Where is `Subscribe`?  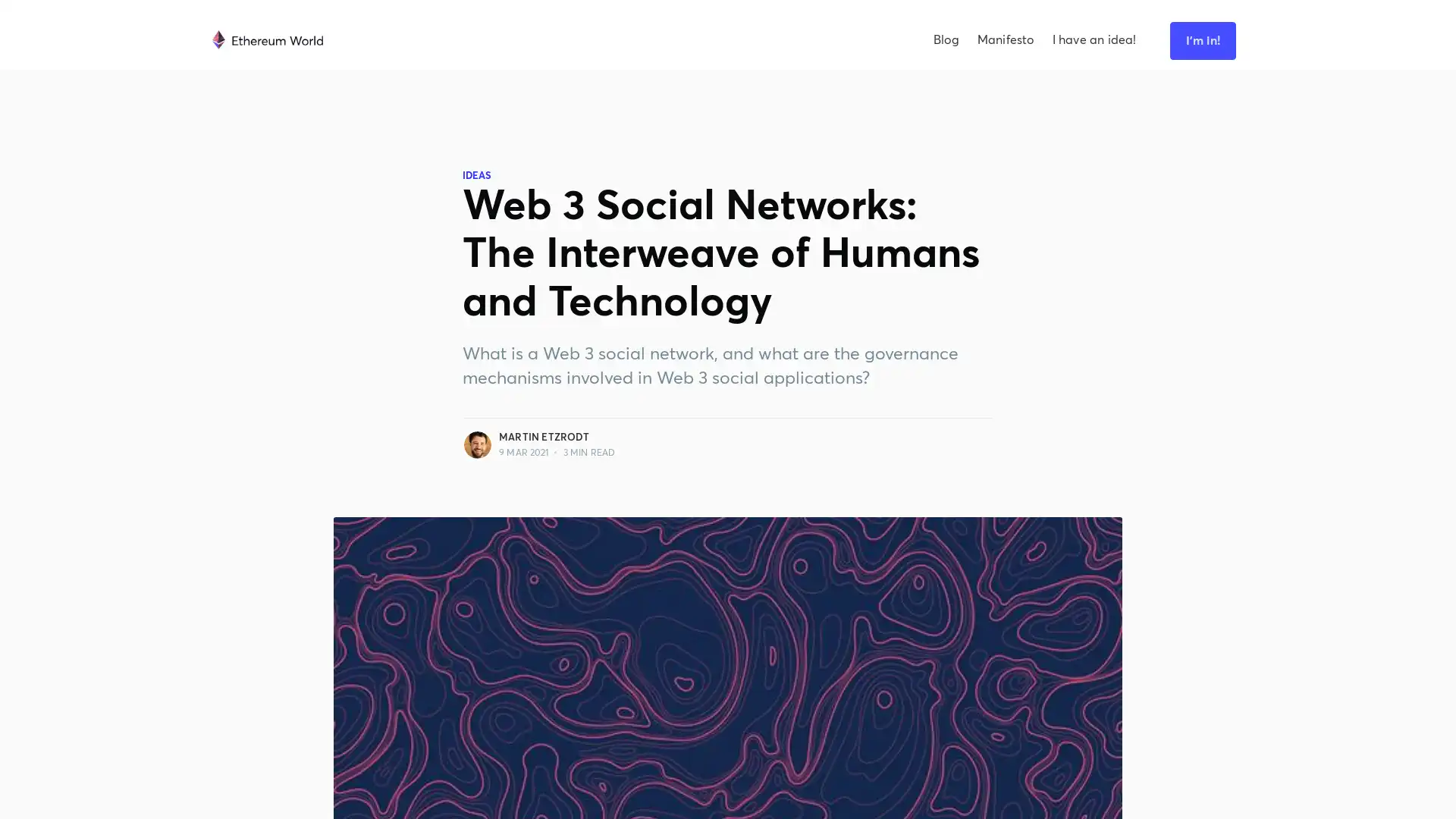 Subscribe is located at coordinates (885, 430).